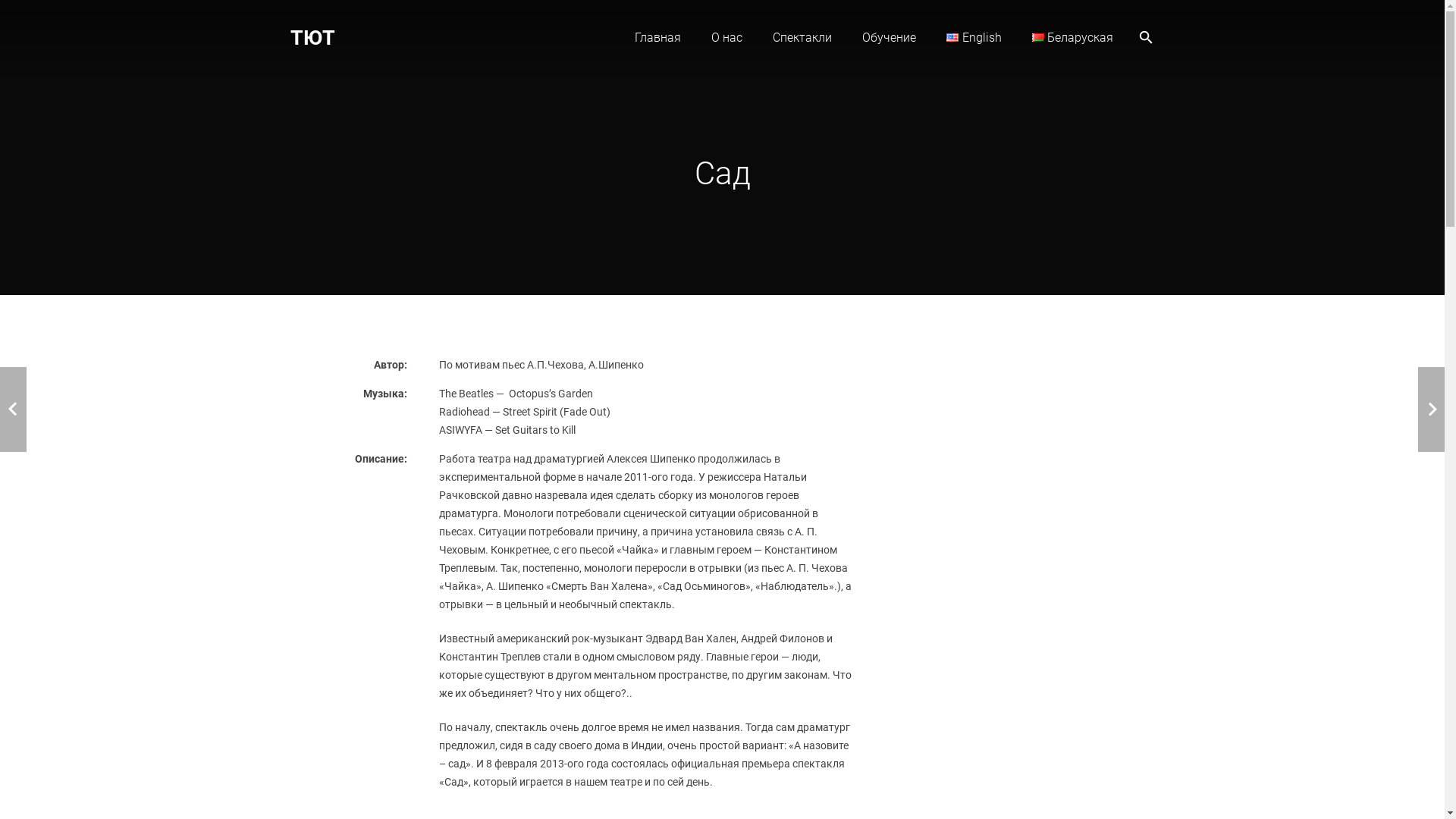  What do you see at coordinates (974, 37) in the screenshot?
I see `'English'` at bounding box center [974, 37].